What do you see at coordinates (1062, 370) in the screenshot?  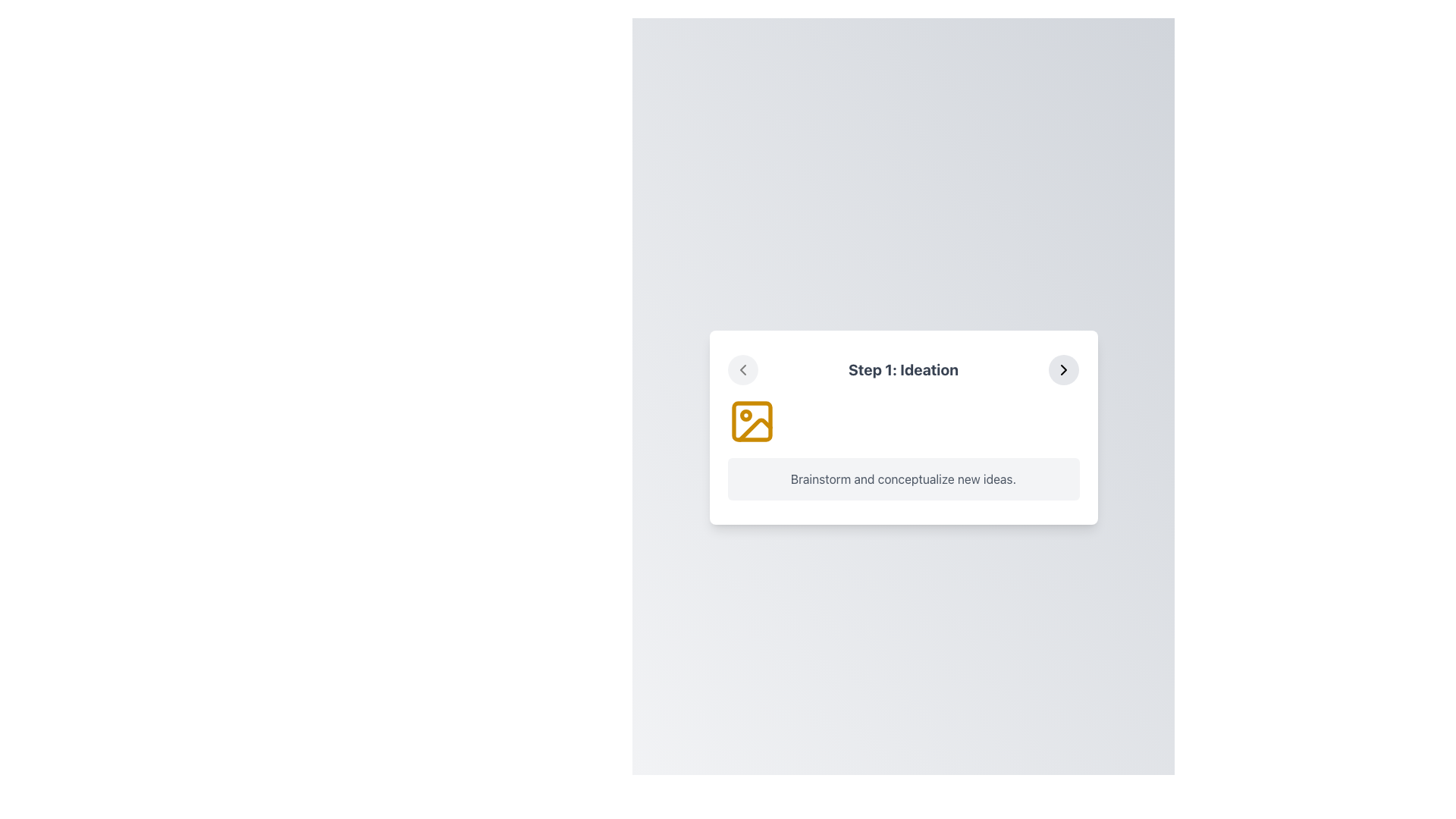 I see `the chevron icon button located in the top-right corner of the 'Step 1: Ideation' card` at bounding box center [1062, 370].